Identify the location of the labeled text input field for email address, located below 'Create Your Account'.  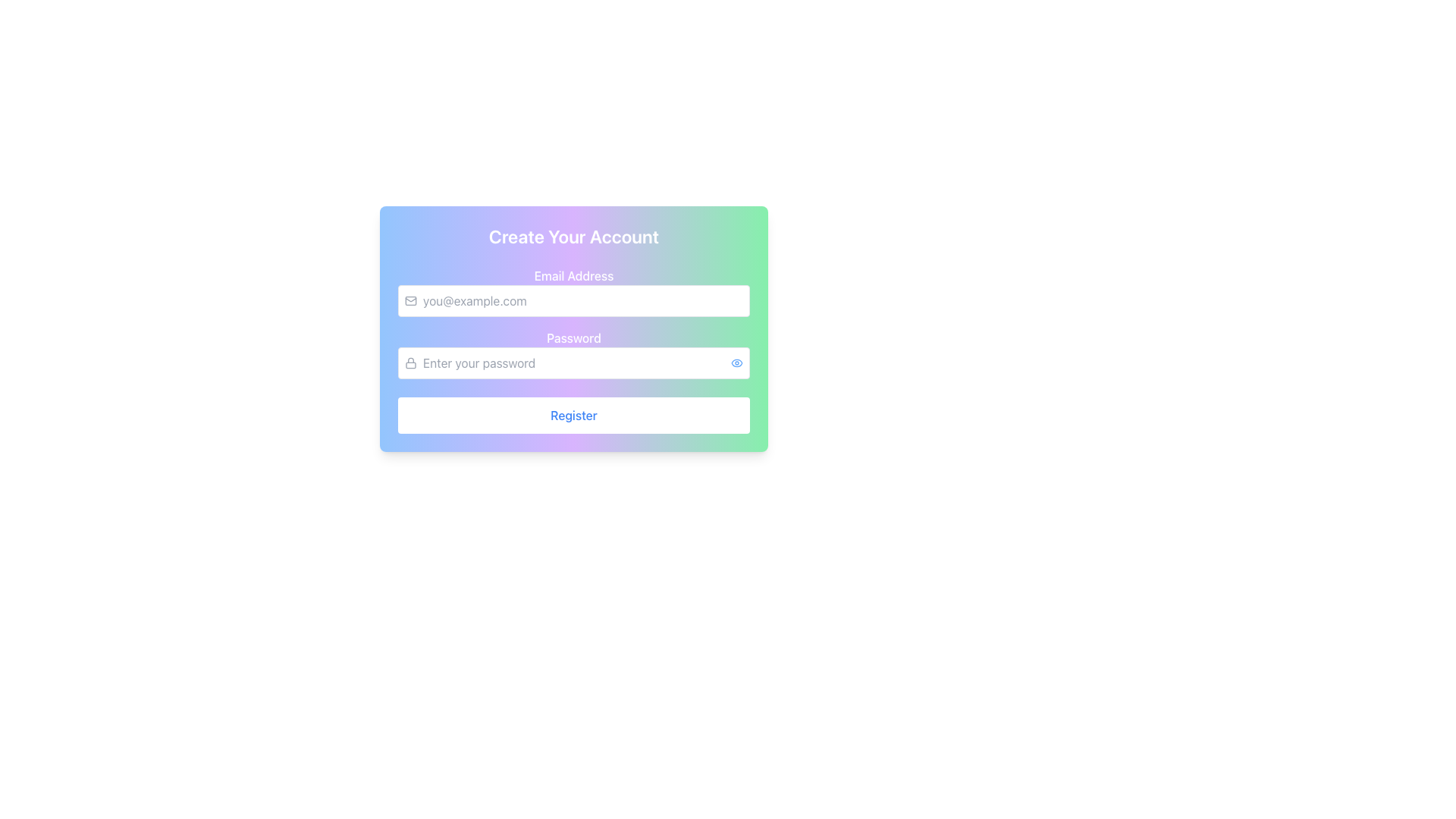
(573, 292).